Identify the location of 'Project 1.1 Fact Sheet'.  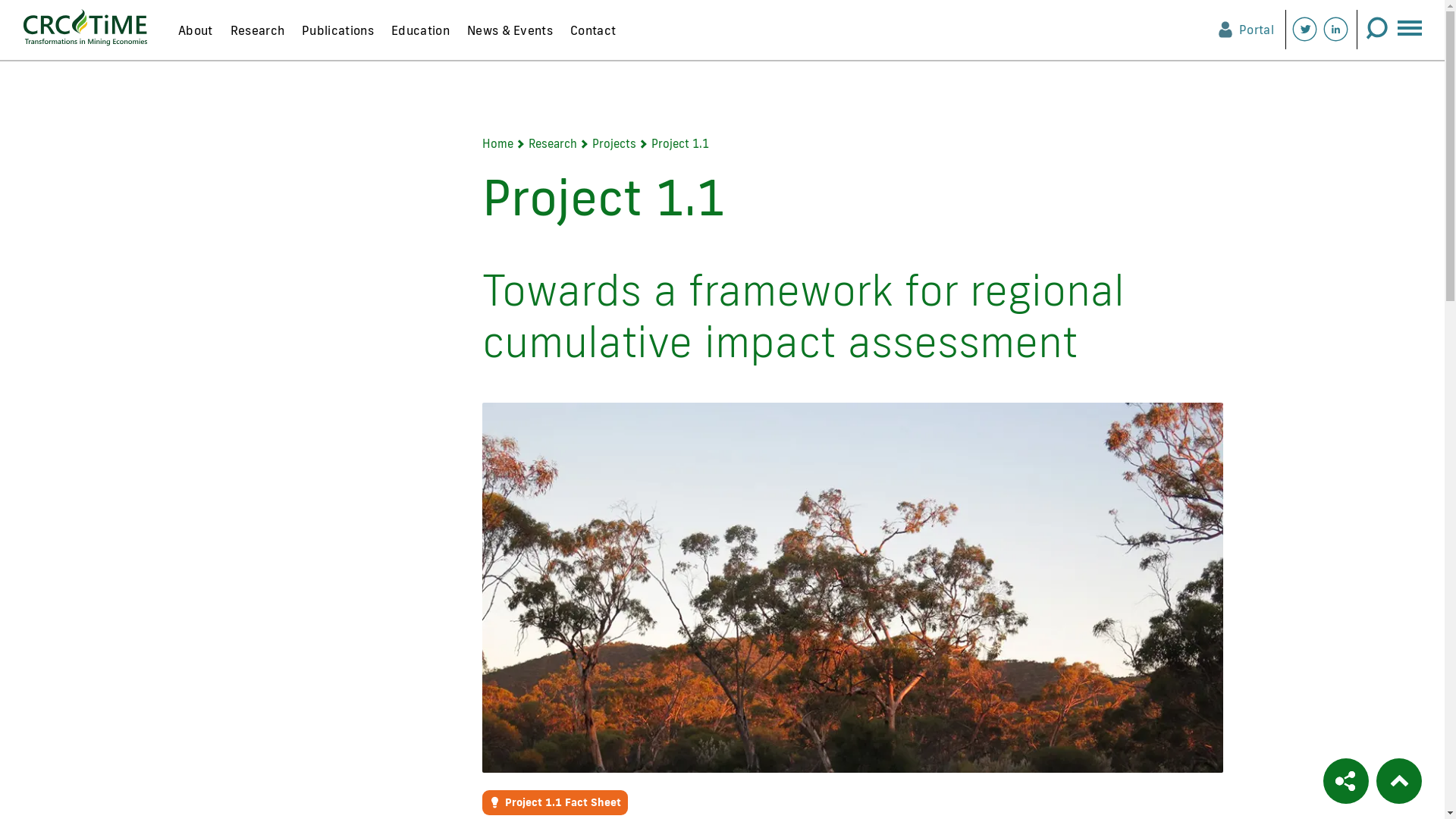
(554, 802).